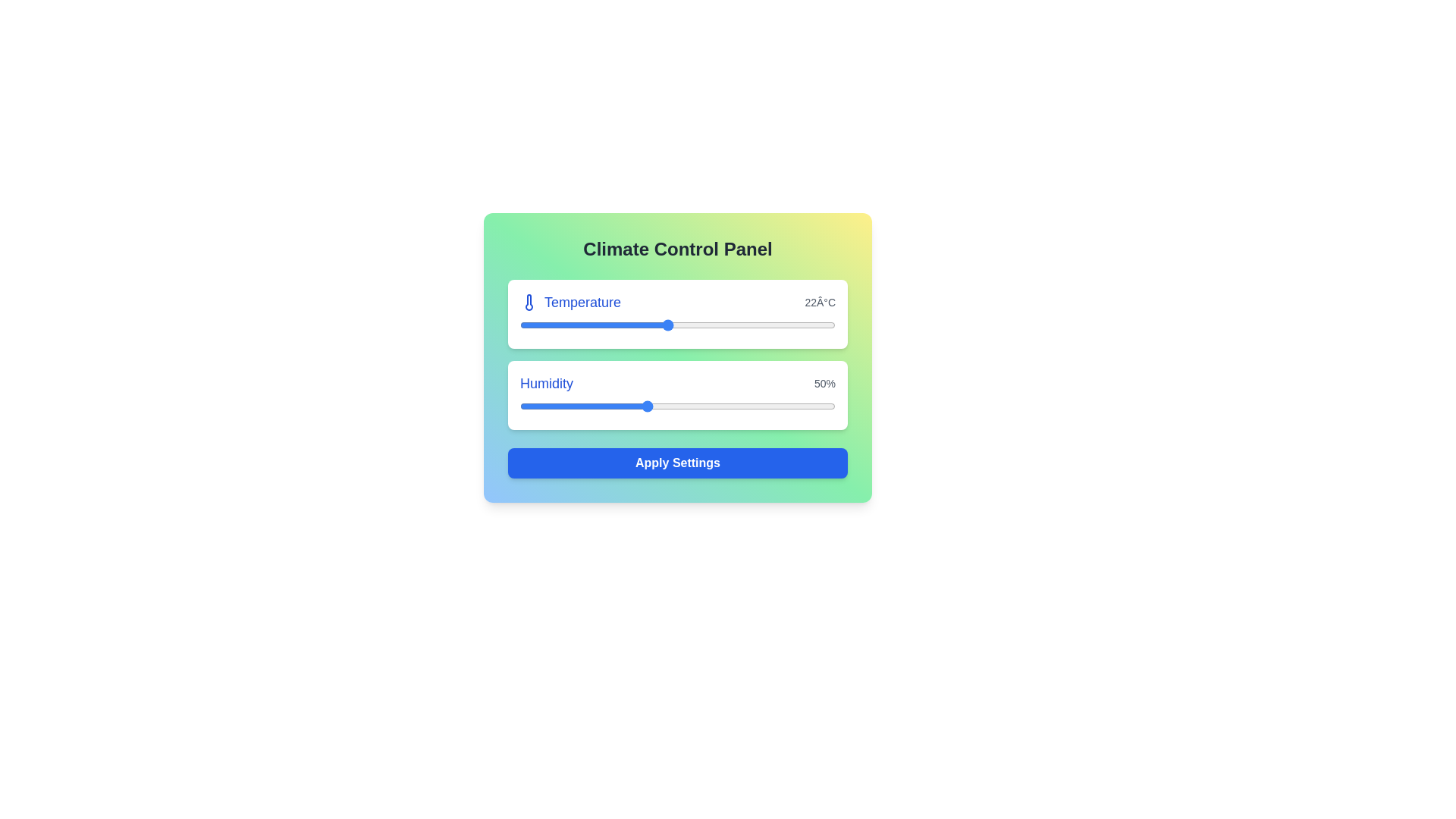 This screenshot has width=1456, height=819. I want to click on the static text label displaying '22Â°C', which is located on the right side of the 'Temperature' section, so click(819, 302).